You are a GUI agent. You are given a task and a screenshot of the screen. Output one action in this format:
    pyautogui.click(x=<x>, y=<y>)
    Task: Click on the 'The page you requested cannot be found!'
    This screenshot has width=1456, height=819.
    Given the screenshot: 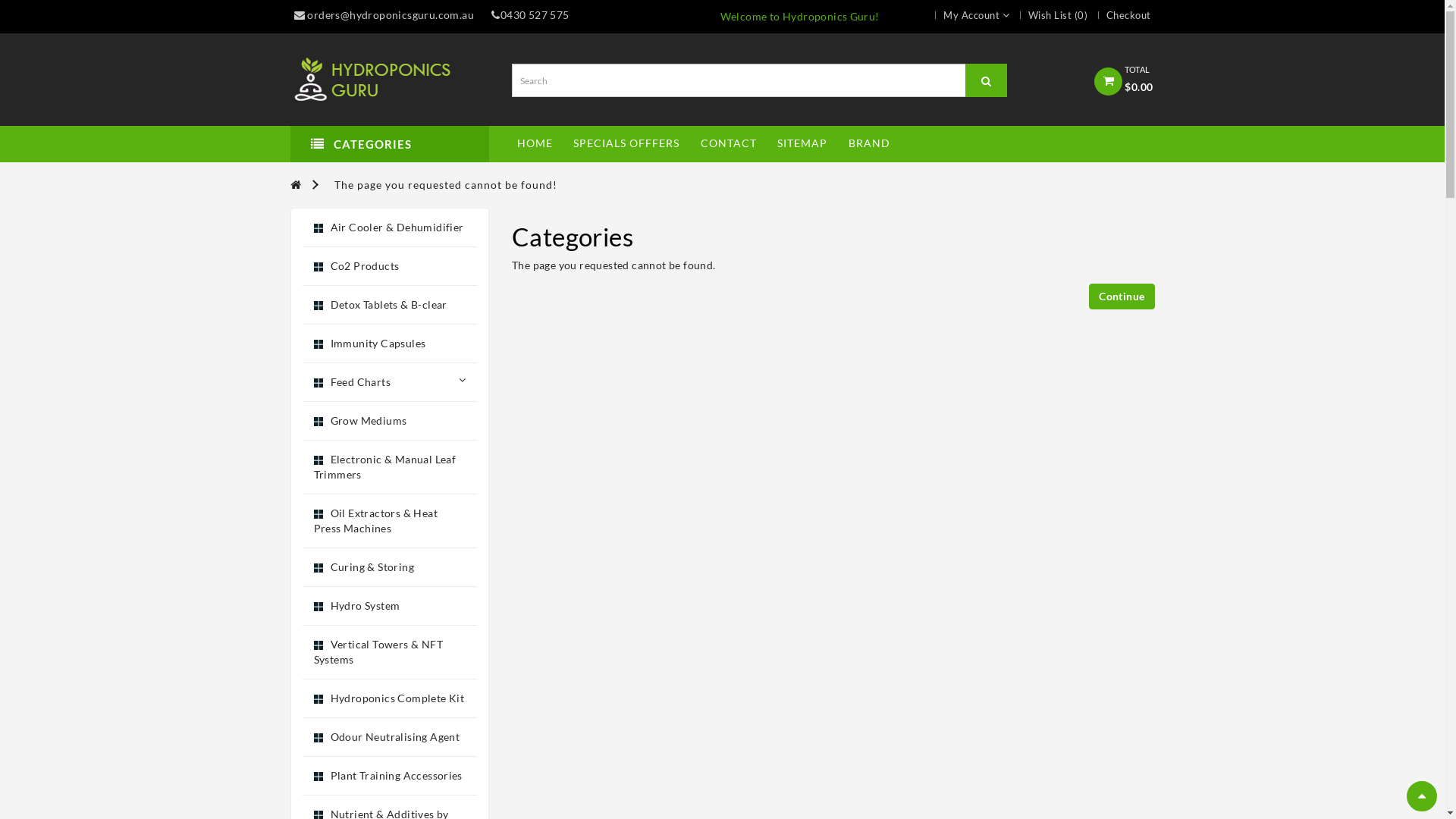 What is the action you would take?
    pyautogui.click(x=445, y=183)
    